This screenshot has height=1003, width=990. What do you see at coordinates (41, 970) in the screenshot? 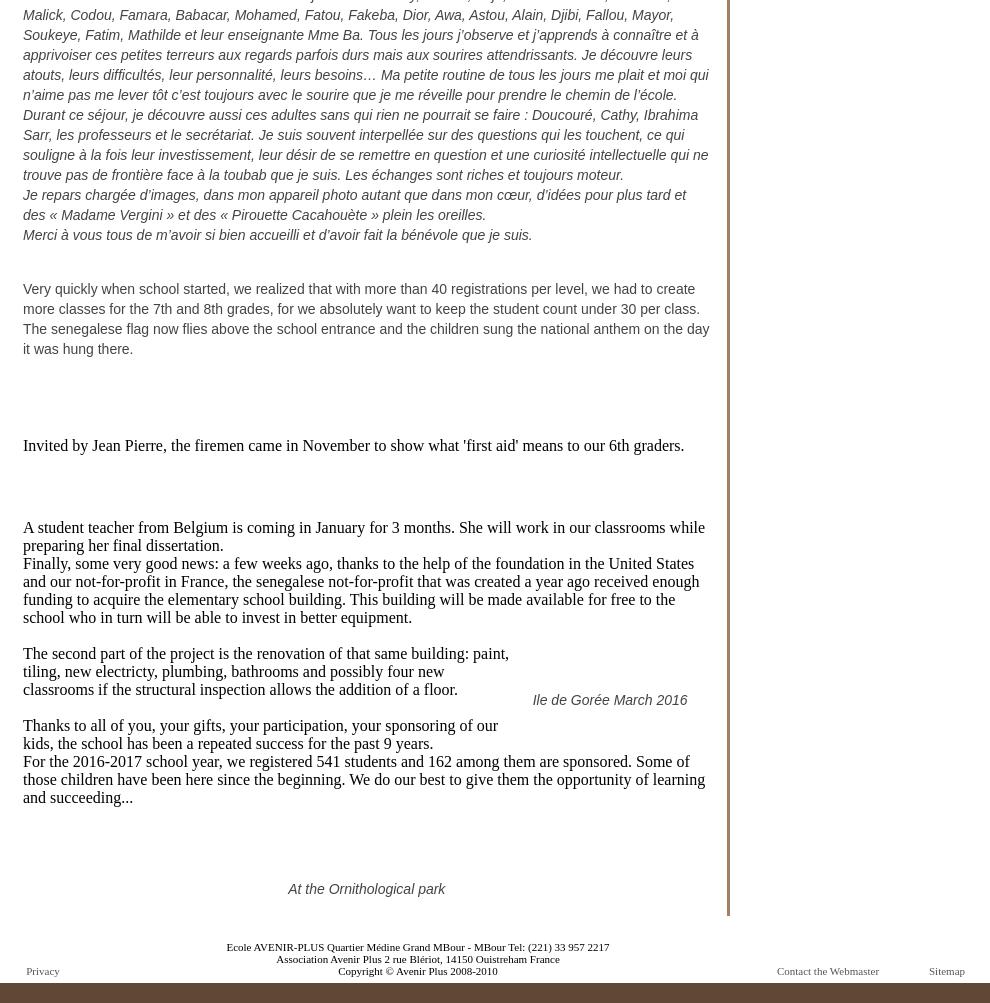
I see `'Privacy'` at bounding box center [41, 970].